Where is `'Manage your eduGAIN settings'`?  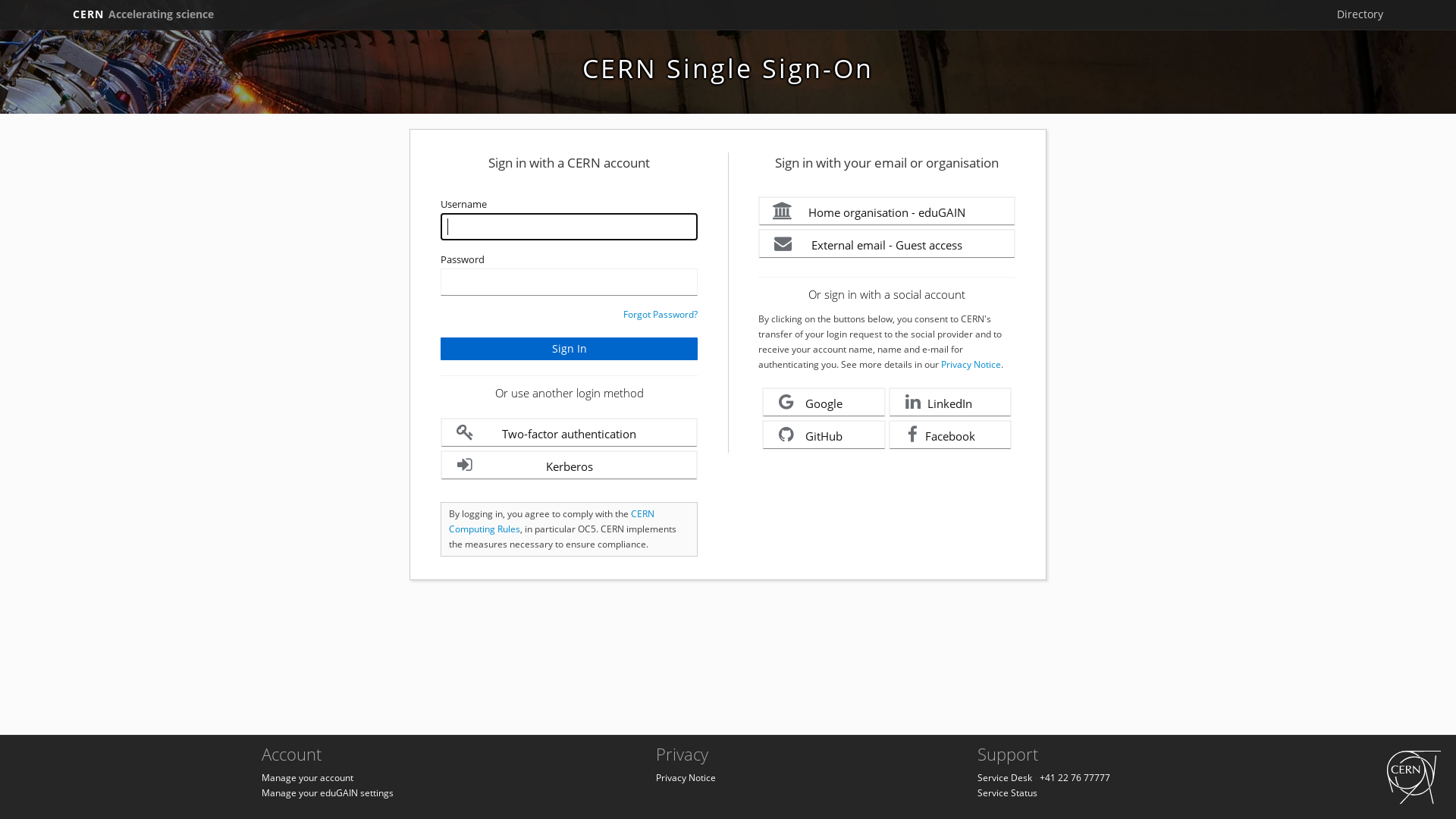 'Manage your eduGAIN settings' is located at coordinates (262, 792).